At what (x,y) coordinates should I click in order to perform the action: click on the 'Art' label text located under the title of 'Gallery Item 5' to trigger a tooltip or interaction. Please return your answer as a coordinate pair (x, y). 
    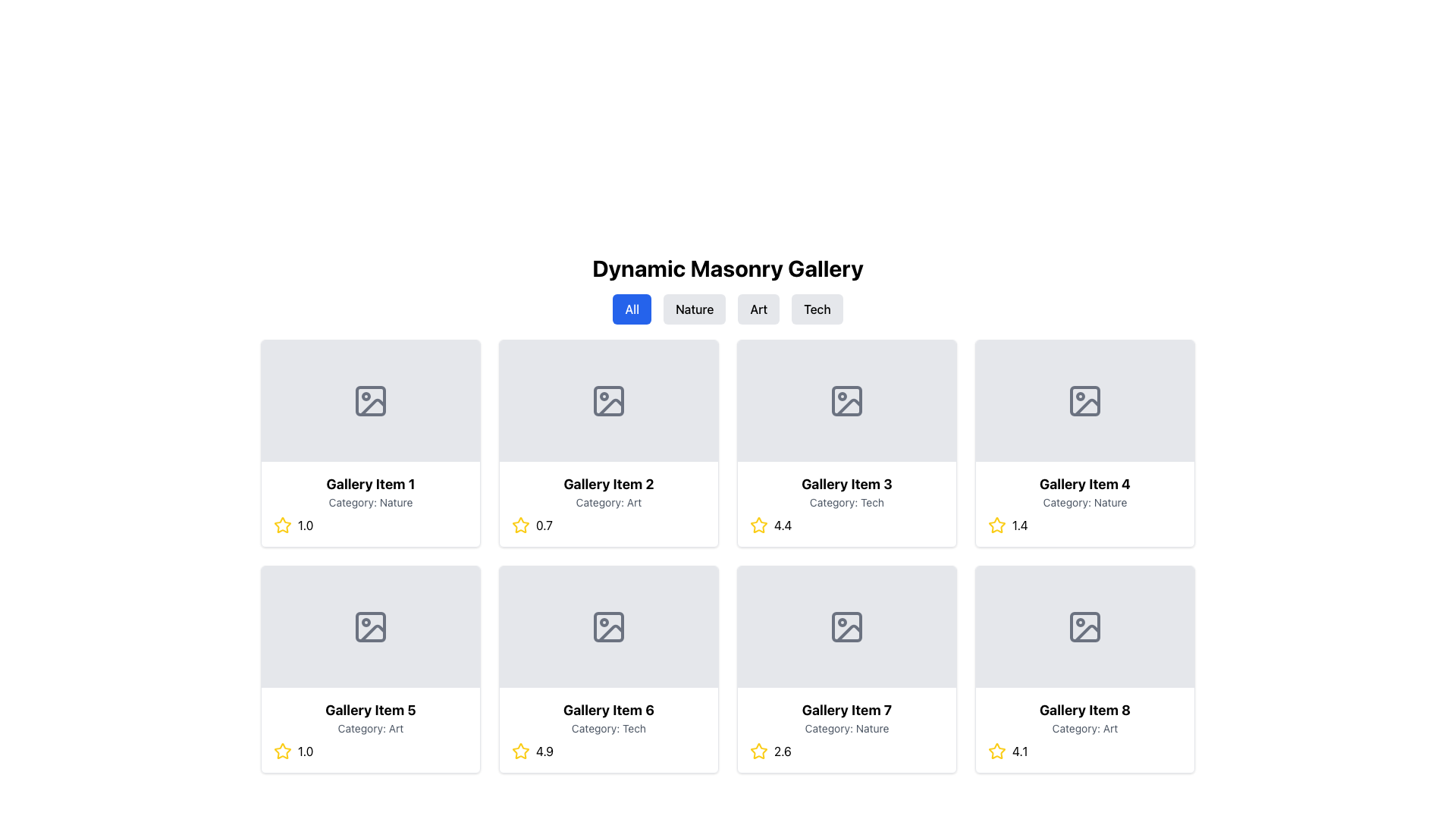
    Looking at the image, I should click on (371, 727).